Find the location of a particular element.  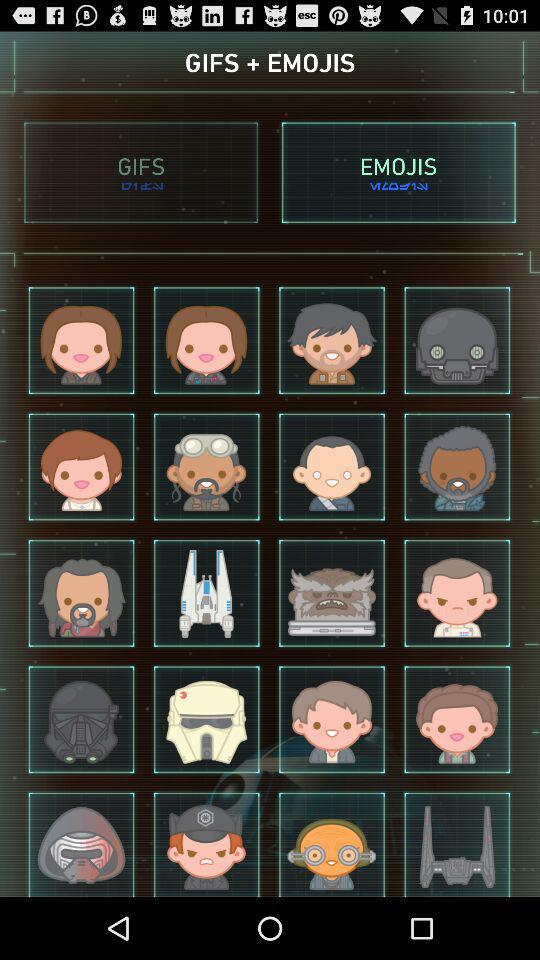

the third emoji from the bottom is located at coordinates (331, 842).